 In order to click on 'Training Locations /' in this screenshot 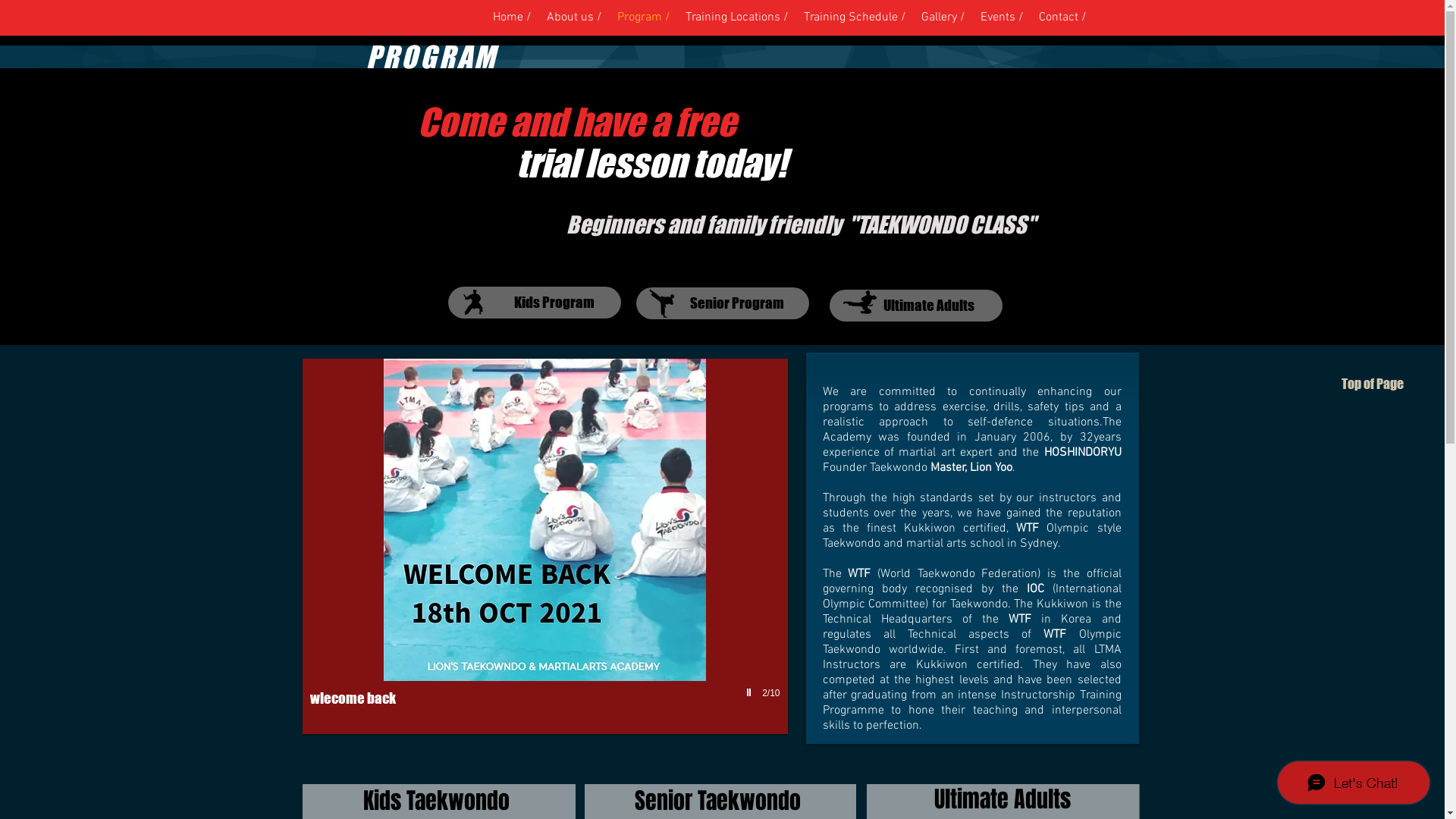, I will do `click(736, 17)`.